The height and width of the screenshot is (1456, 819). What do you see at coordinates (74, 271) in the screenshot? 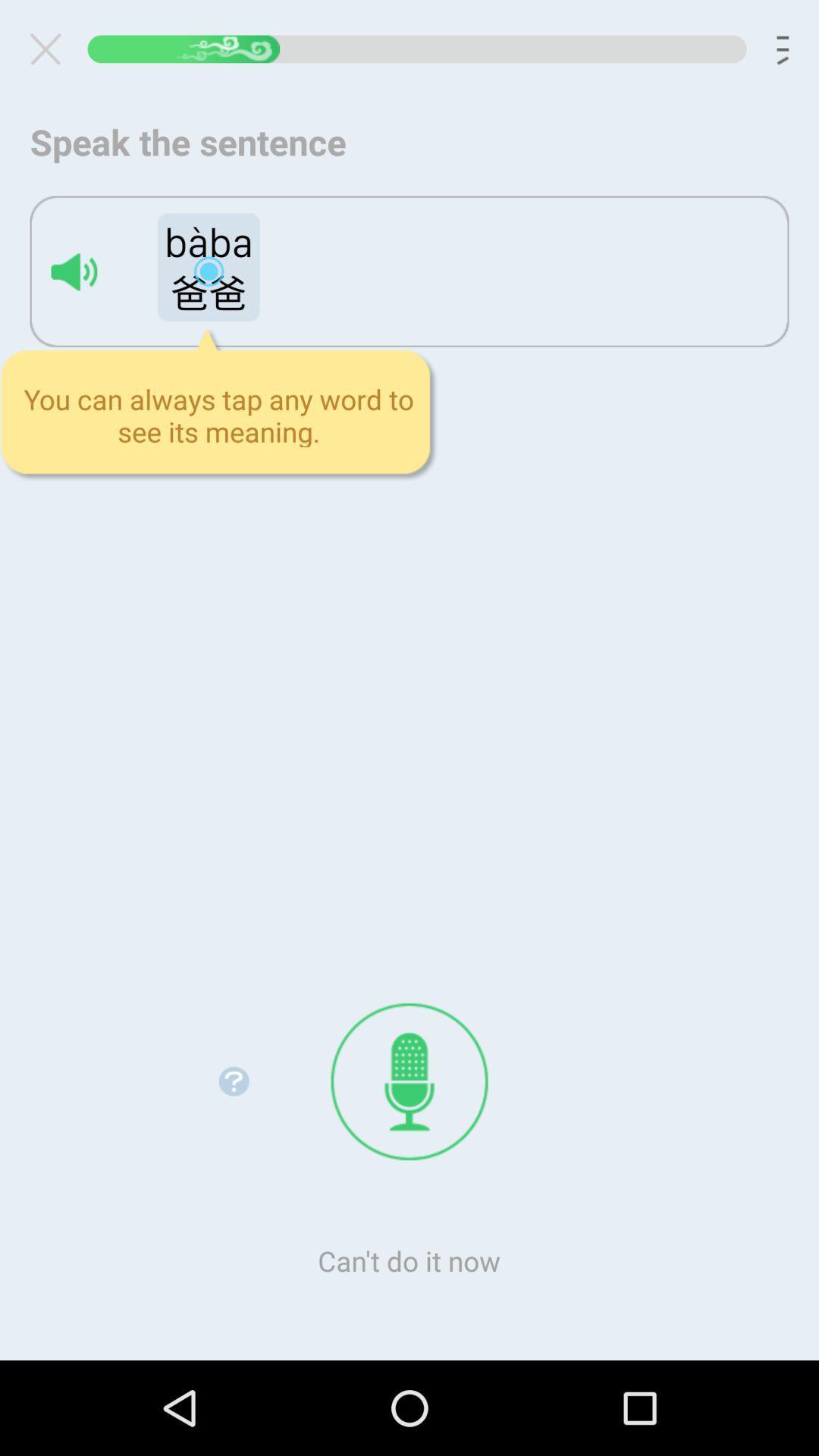
I see `speaker` at bounding box center [74, 271].